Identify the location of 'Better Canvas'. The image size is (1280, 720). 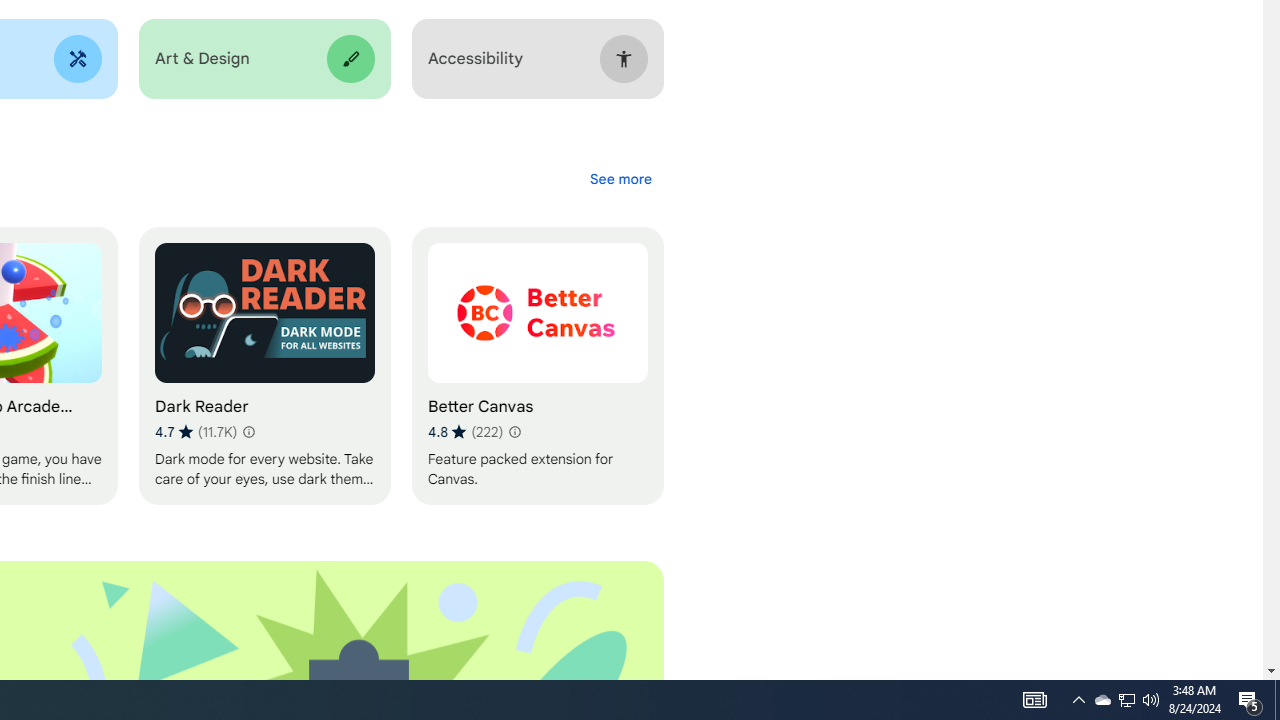
(537, 366).